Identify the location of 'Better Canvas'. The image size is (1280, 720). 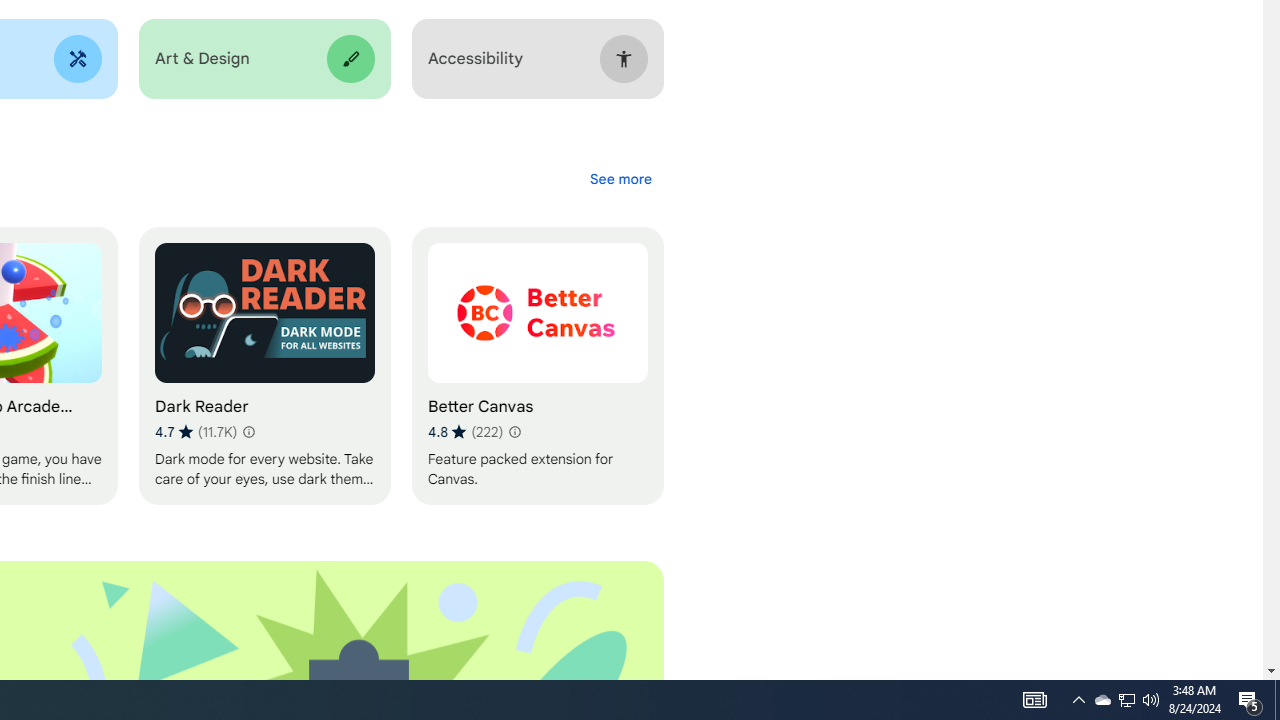
(537, 366).